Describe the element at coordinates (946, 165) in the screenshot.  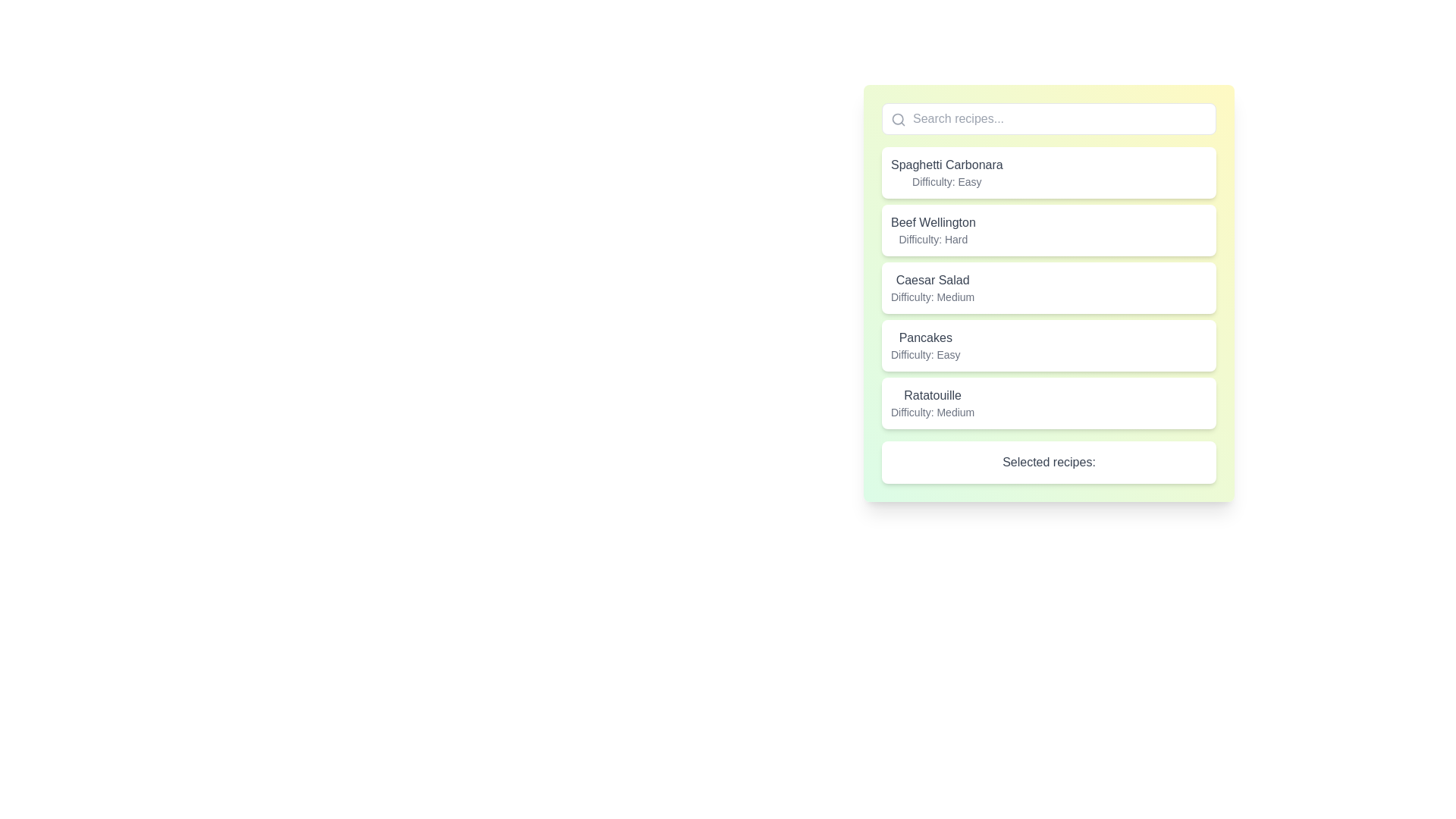
I see `the text label 'Spaghetti Carbonara' which is styled in a medium-weight font and gray color, located at the top of the first rectangular recipe card in a vertical list` at that location.